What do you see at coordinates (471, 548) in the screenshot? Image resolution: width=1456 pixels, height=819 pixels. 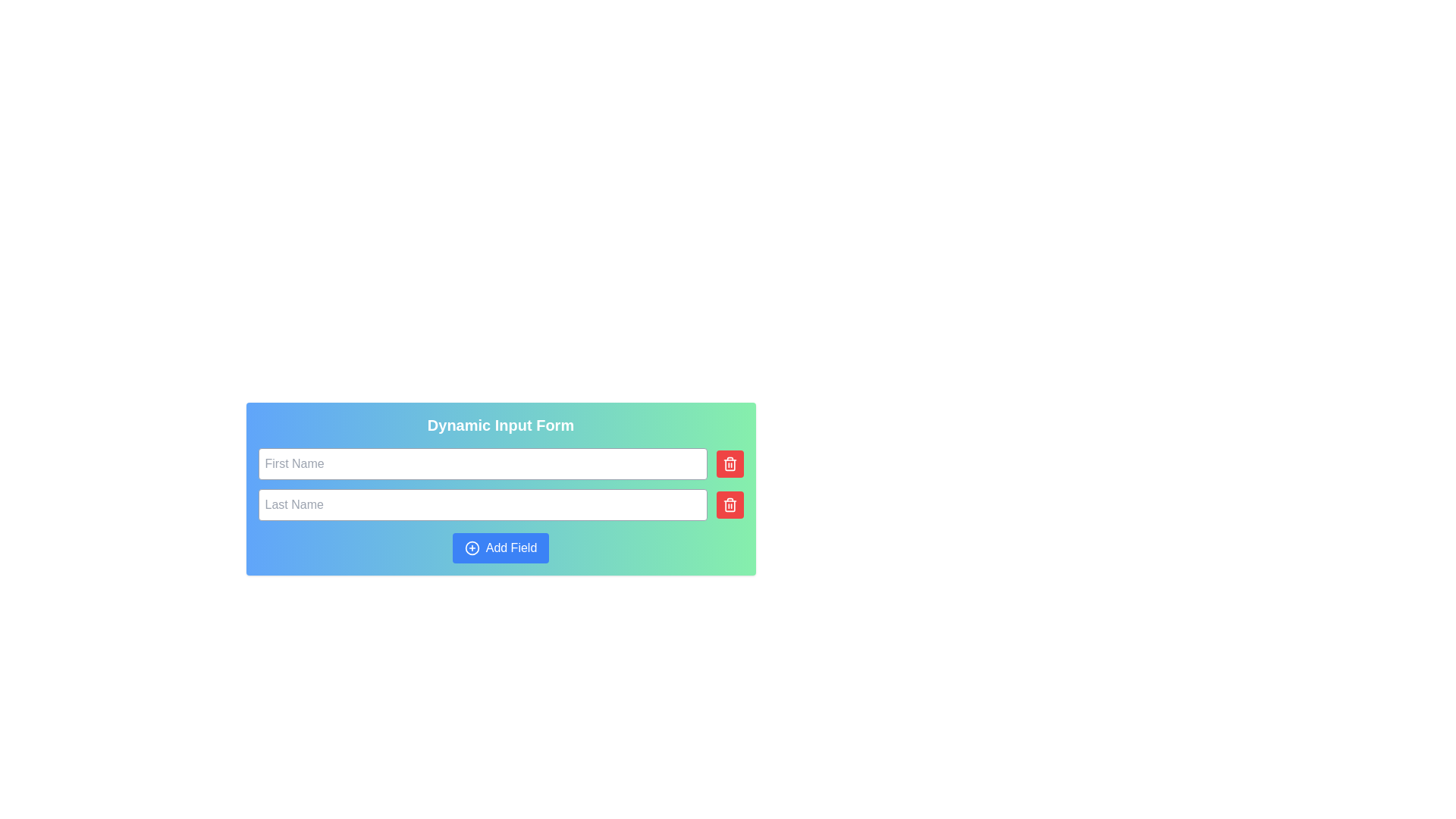 I see `the circular '+' icon with a blue background located to the left of the 'Add Field' button at the bottom center of the form` at bounding box center [471, 548].